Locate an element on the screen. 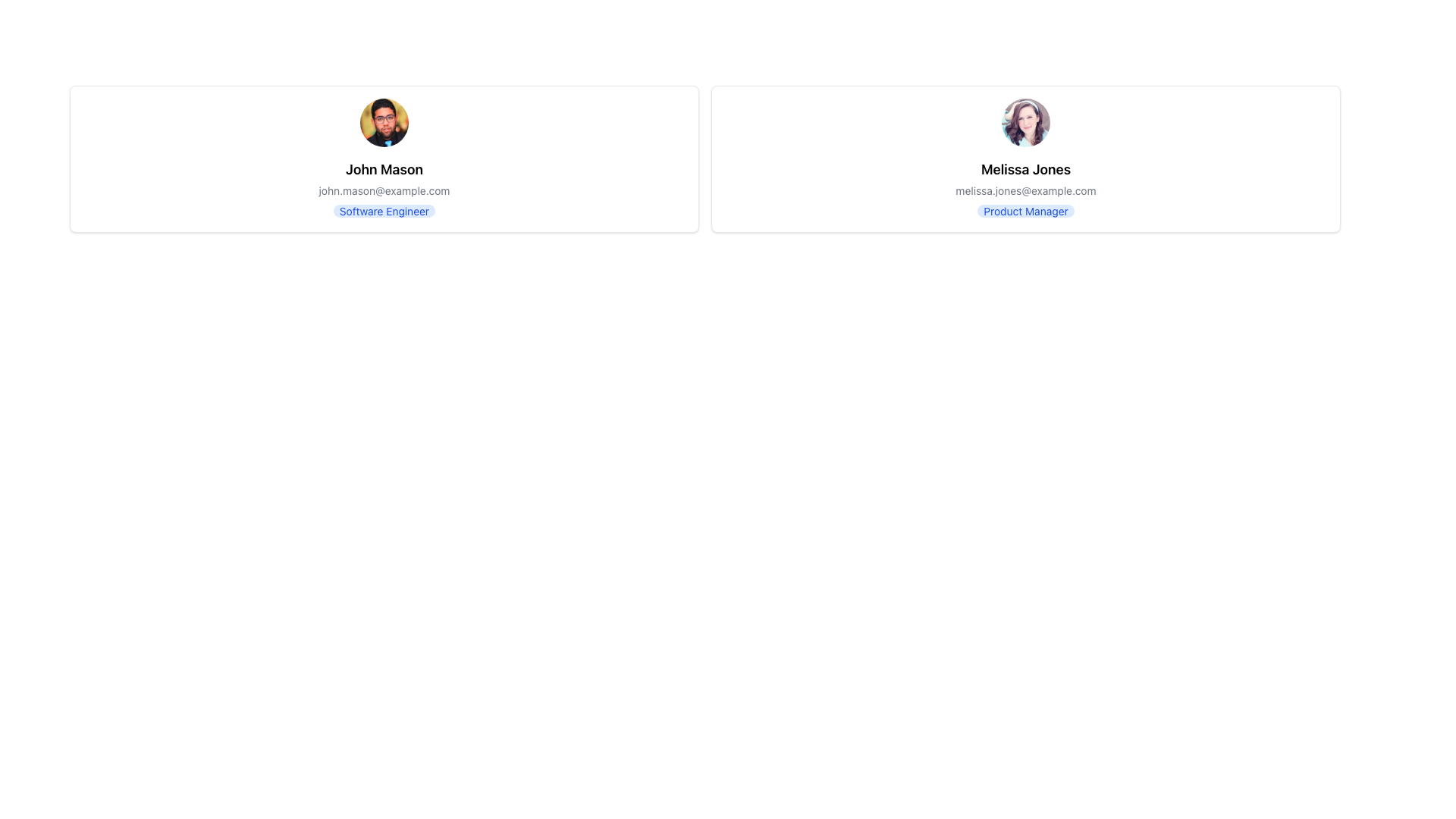 The width and height of the screenshot is (1456, 819). the text label displaying 'Software Engineer', which is styled with blue text on a light blue background and is positioned below 'john.mason@example.com' is located at coordinates (384, 211).